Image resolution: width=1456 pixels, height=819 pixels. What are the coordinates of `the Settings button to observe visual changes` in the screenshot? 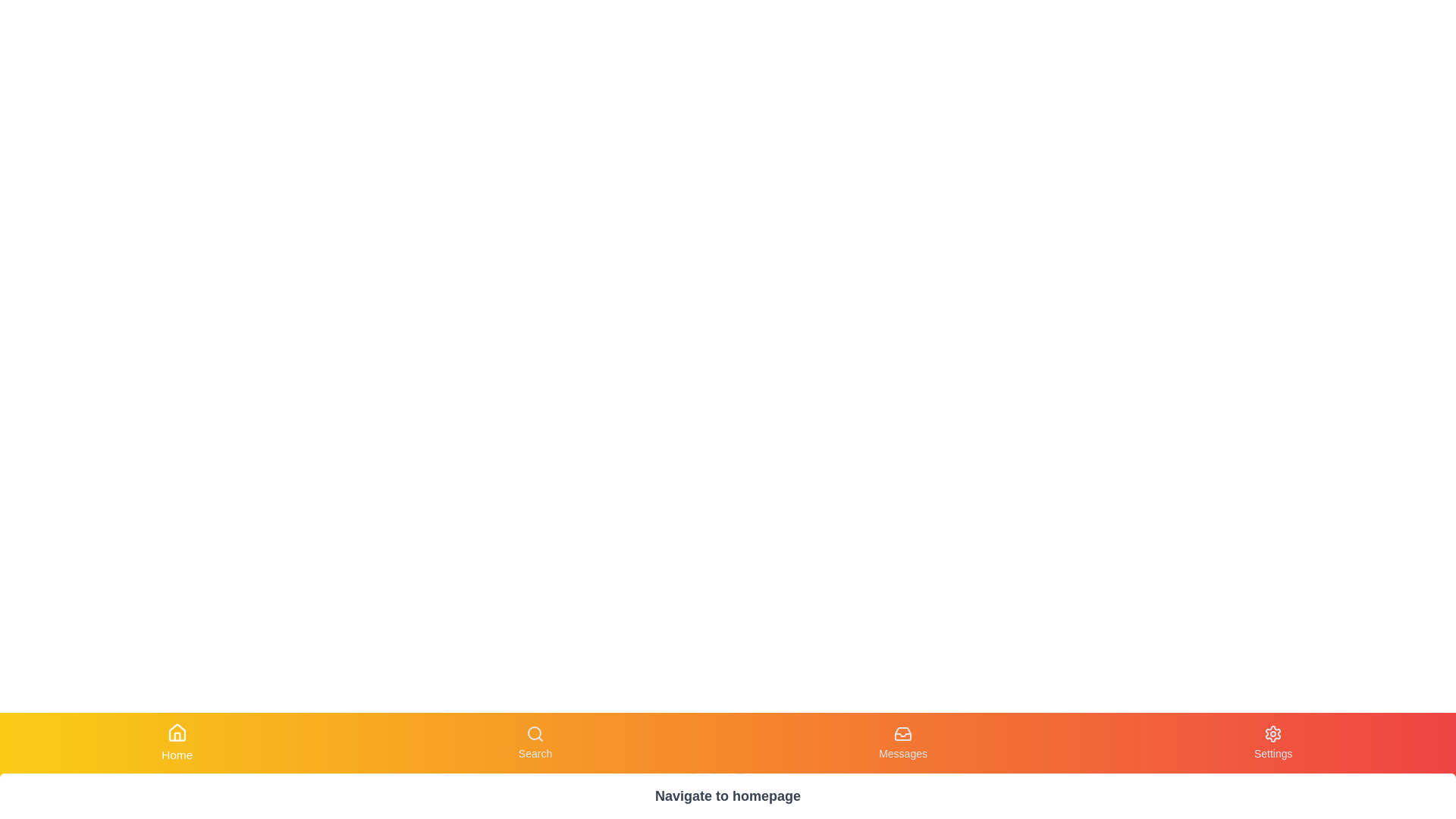 It's located at (1273, 742).